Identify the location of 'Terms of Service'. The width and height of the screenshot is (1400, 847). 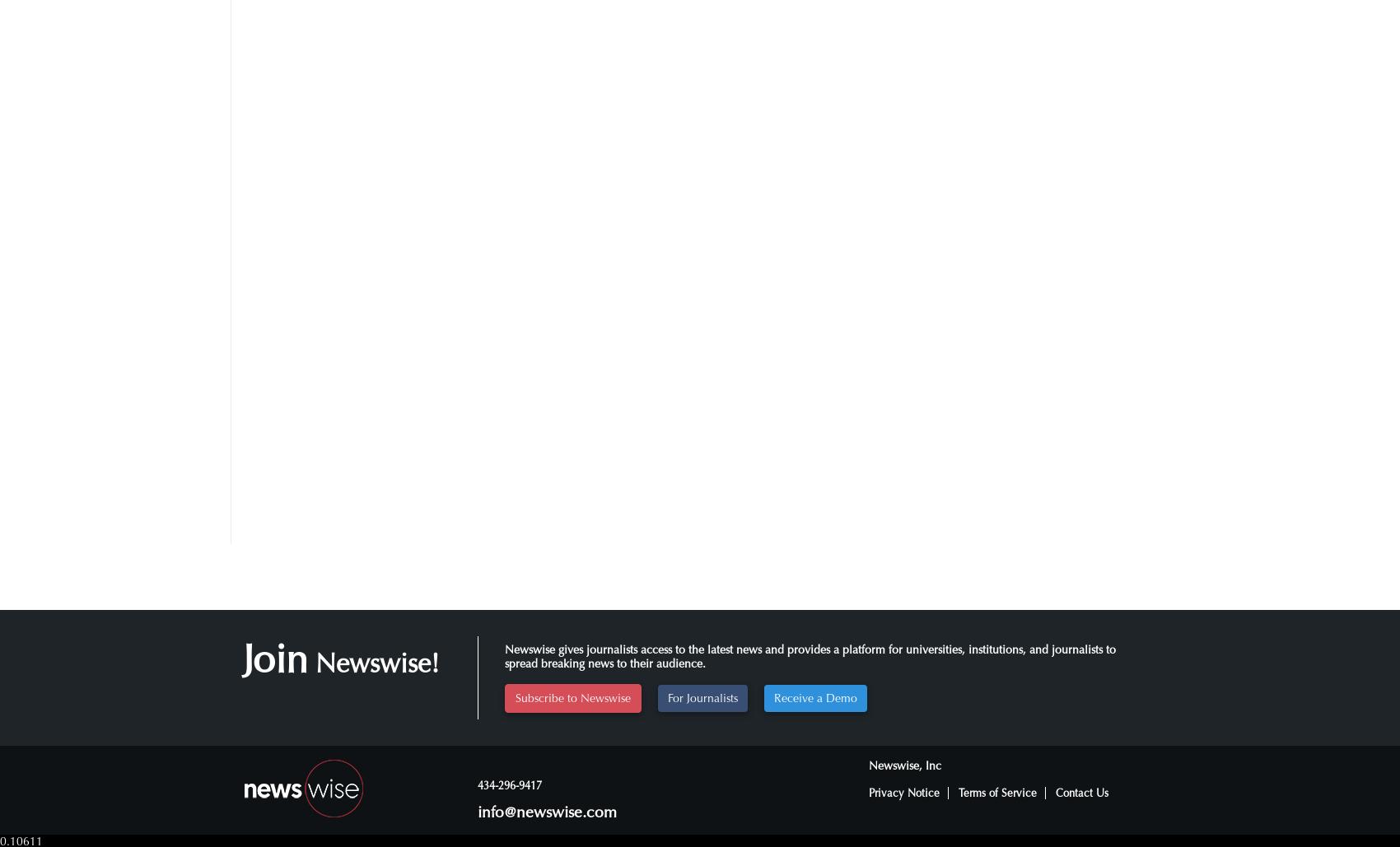
(996, 791).